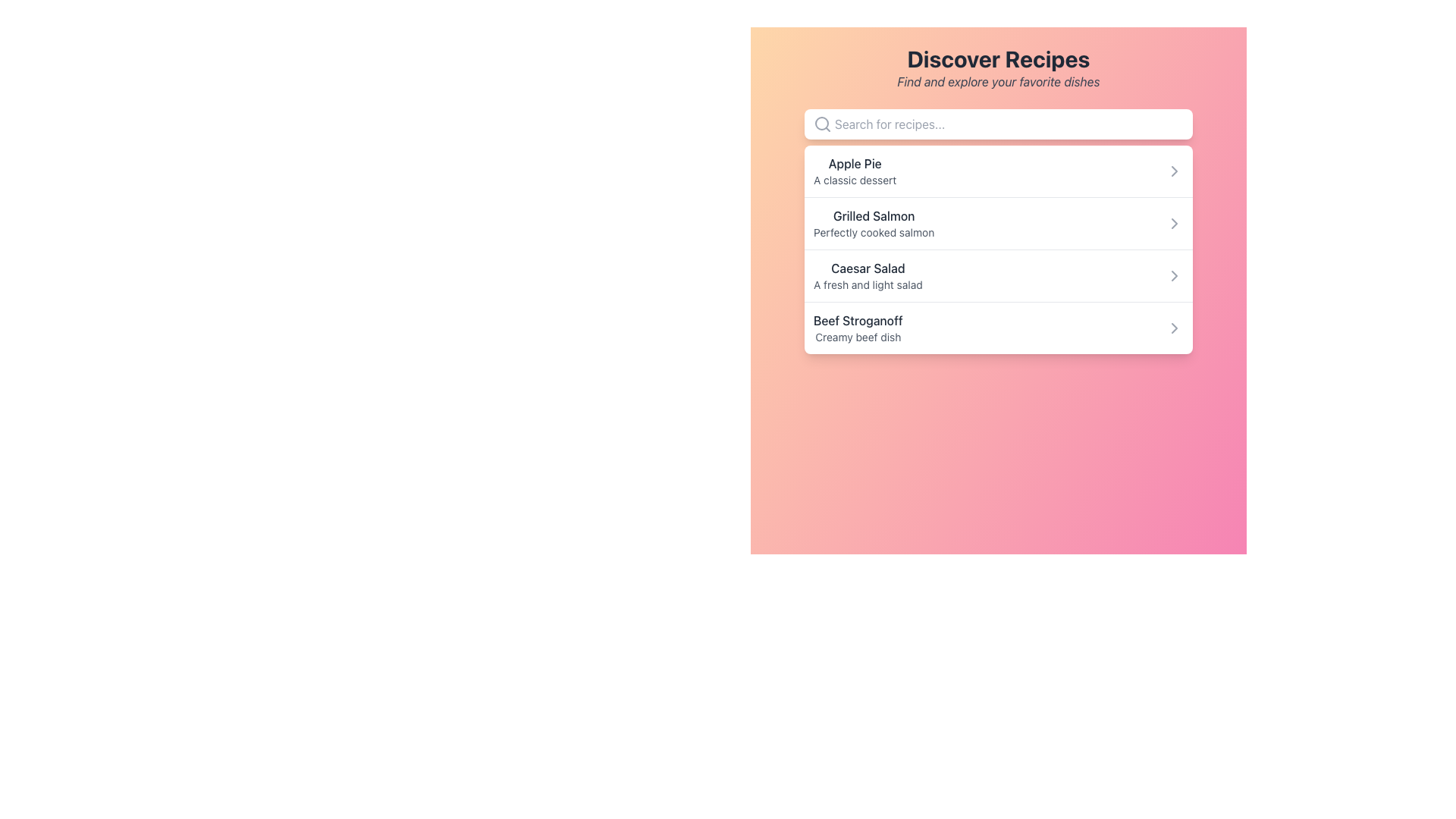 The height and width of the screenshot is (819, 1456). Describe the element at coordinates (858, 336) in the screenshot. I see `the text label providing a brief description of 'Beef Stroganoff', located in the fourth list item of the recipe list, directly beneath its title` at that location.